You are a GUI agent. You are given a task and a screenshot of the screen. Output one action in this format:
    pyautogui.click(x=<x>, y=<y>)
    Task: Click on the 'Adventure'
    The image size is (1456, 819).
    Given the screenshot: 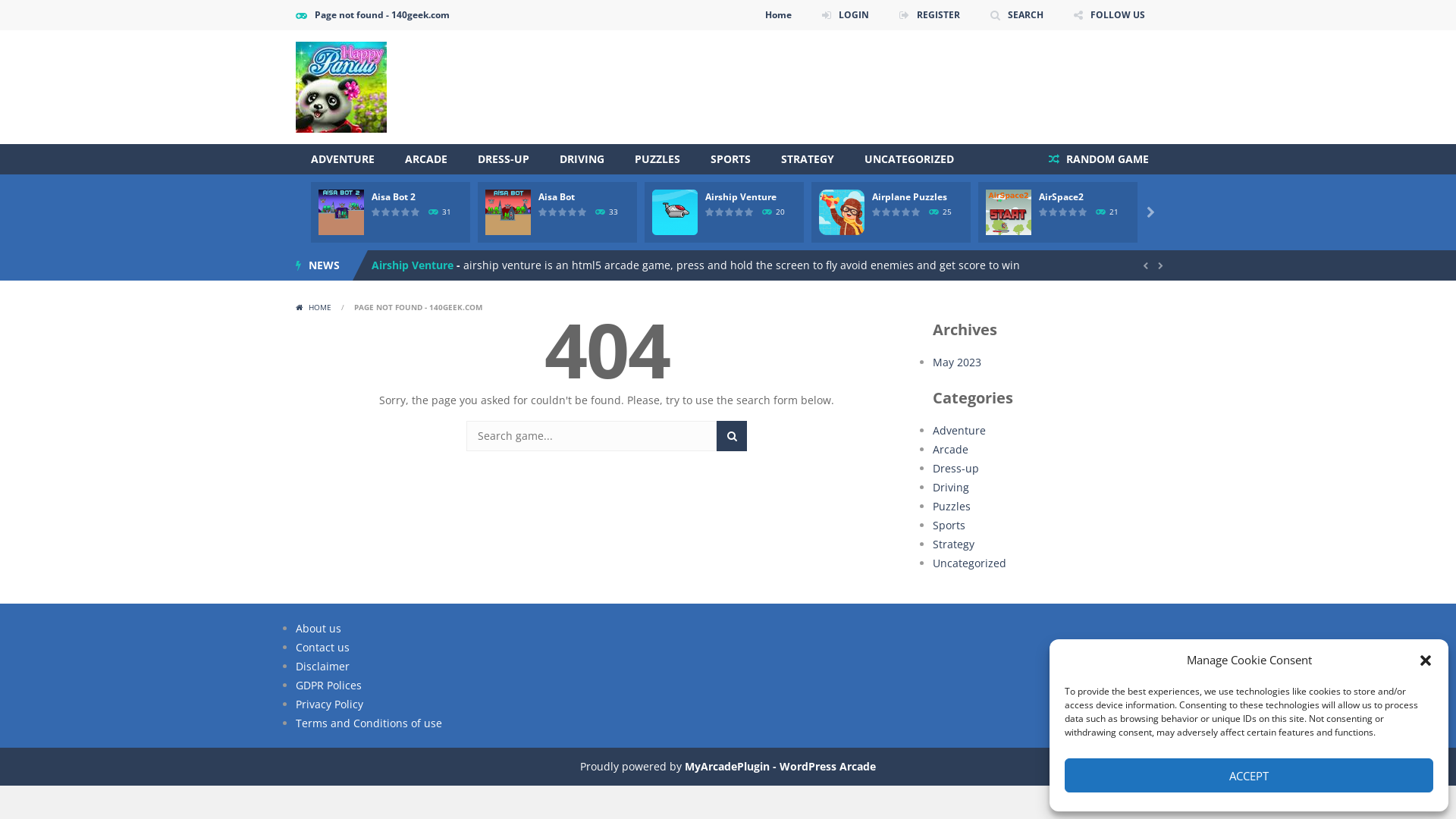 What is the action you would take?
    pyautogui.click(x=959, y=430)
    